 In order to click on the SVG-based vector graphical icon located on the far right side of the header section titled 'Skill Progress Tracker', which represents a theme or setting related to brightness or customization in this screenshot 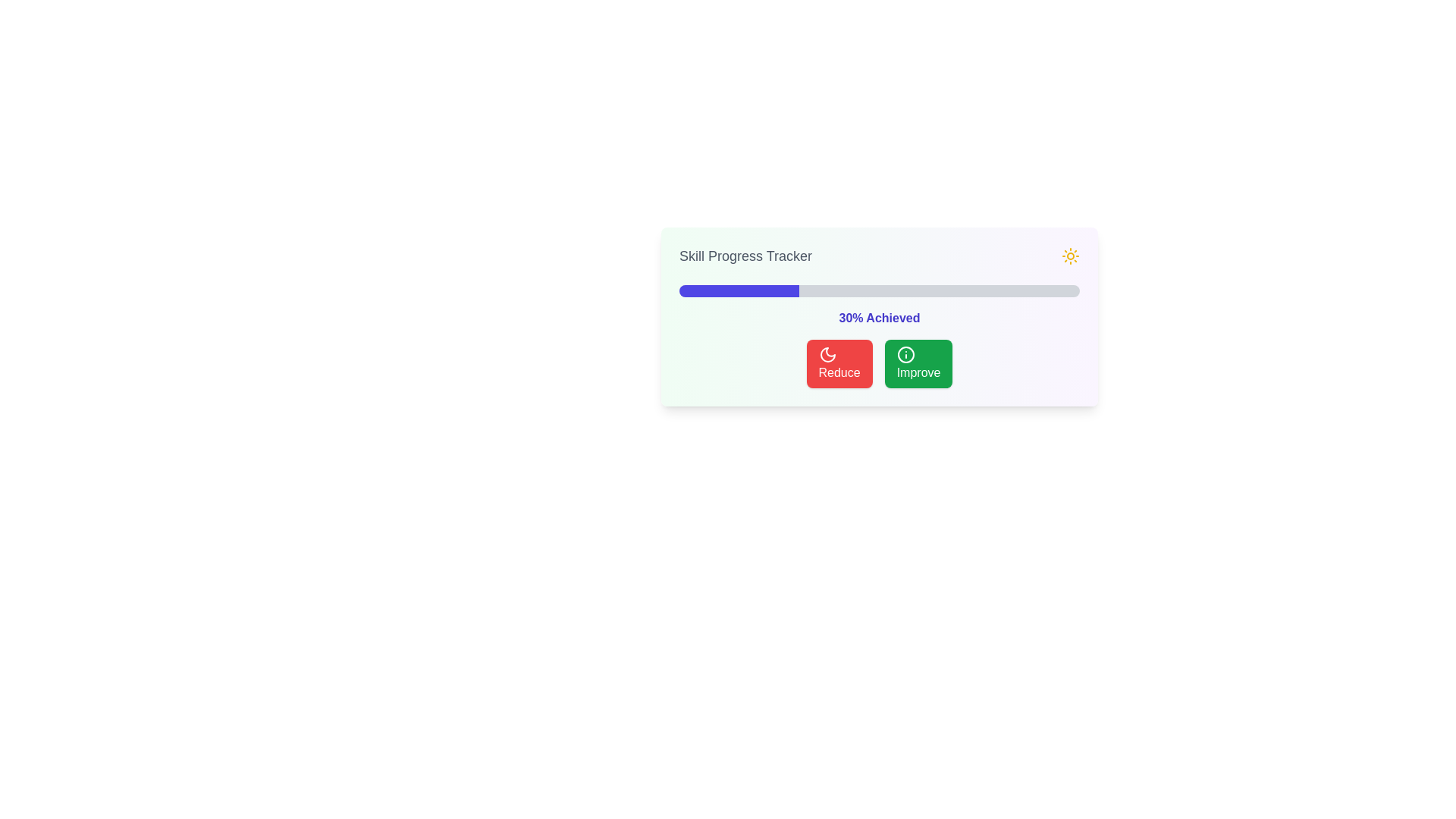, I will do `click(1069, 256)`.